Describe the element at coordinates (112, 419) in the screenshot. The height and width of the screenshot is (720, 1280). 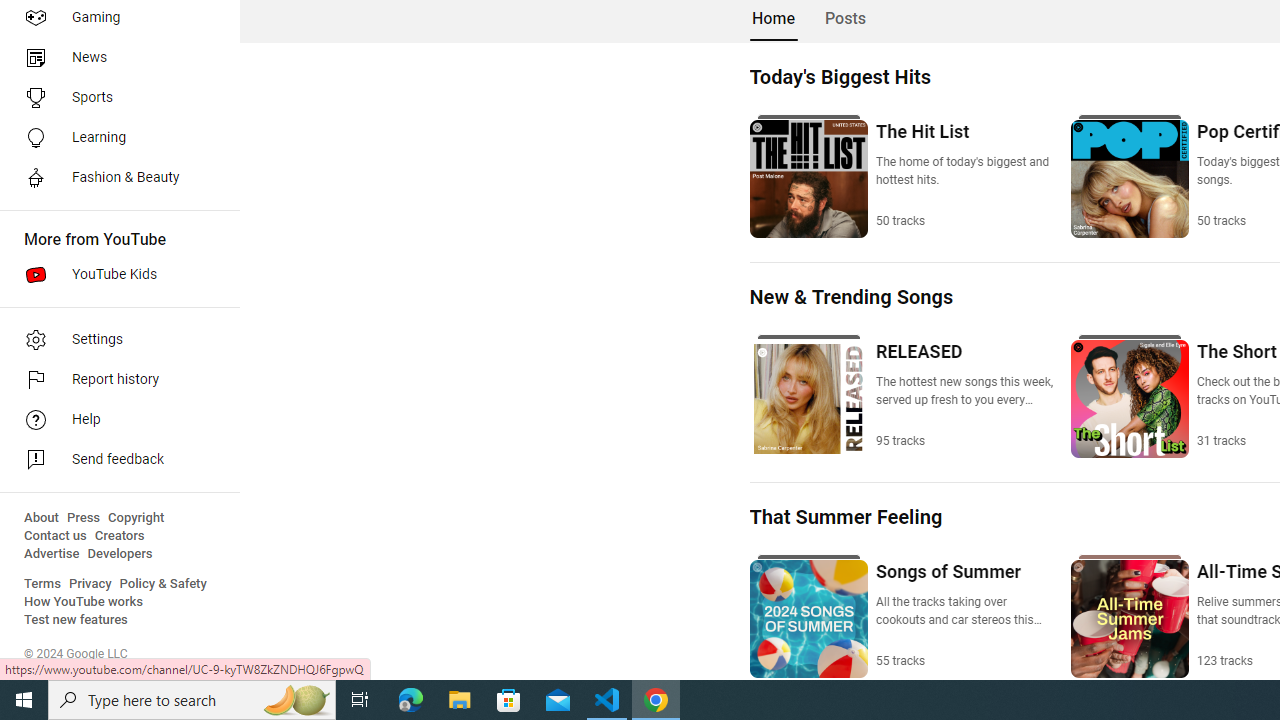
I see `'Help'` at that location.